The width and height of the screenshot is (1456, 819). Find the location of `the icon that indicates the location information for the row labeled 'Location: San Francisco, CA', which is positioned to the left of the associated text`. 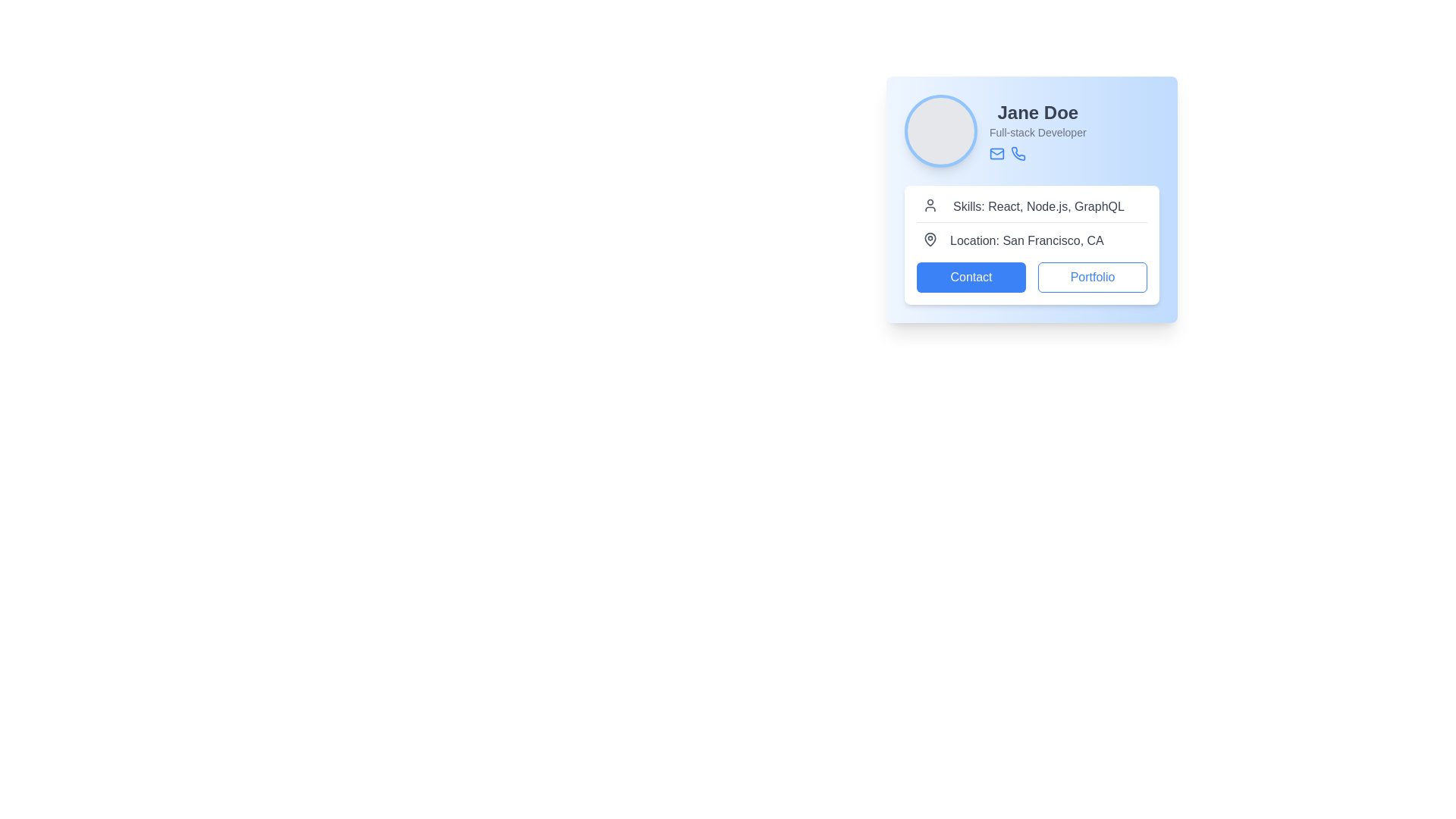

the icon that indicates the location information for the row labeled 'Location: San Francisco, CA', which is positioned to the left of the associated text is located at coordinates (930, 239).